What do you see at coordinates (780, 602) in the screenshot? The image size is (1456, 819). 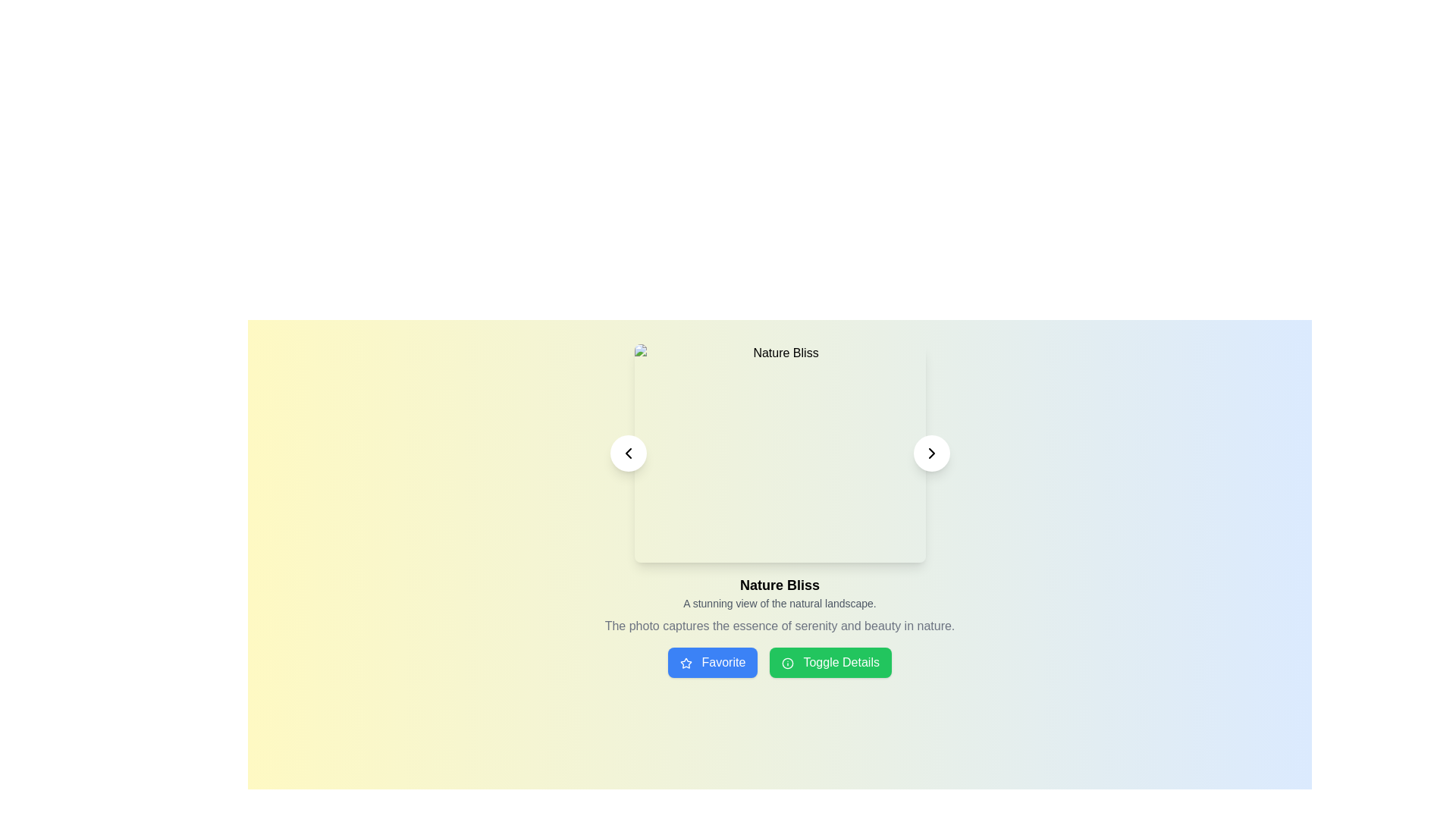 I see `the text label that reads 'A stunning view of the natural landscape.' which is styled in smaller, gray-colored font and is located below the title 'Nature Bliss'` at bounding box center [780, 602].